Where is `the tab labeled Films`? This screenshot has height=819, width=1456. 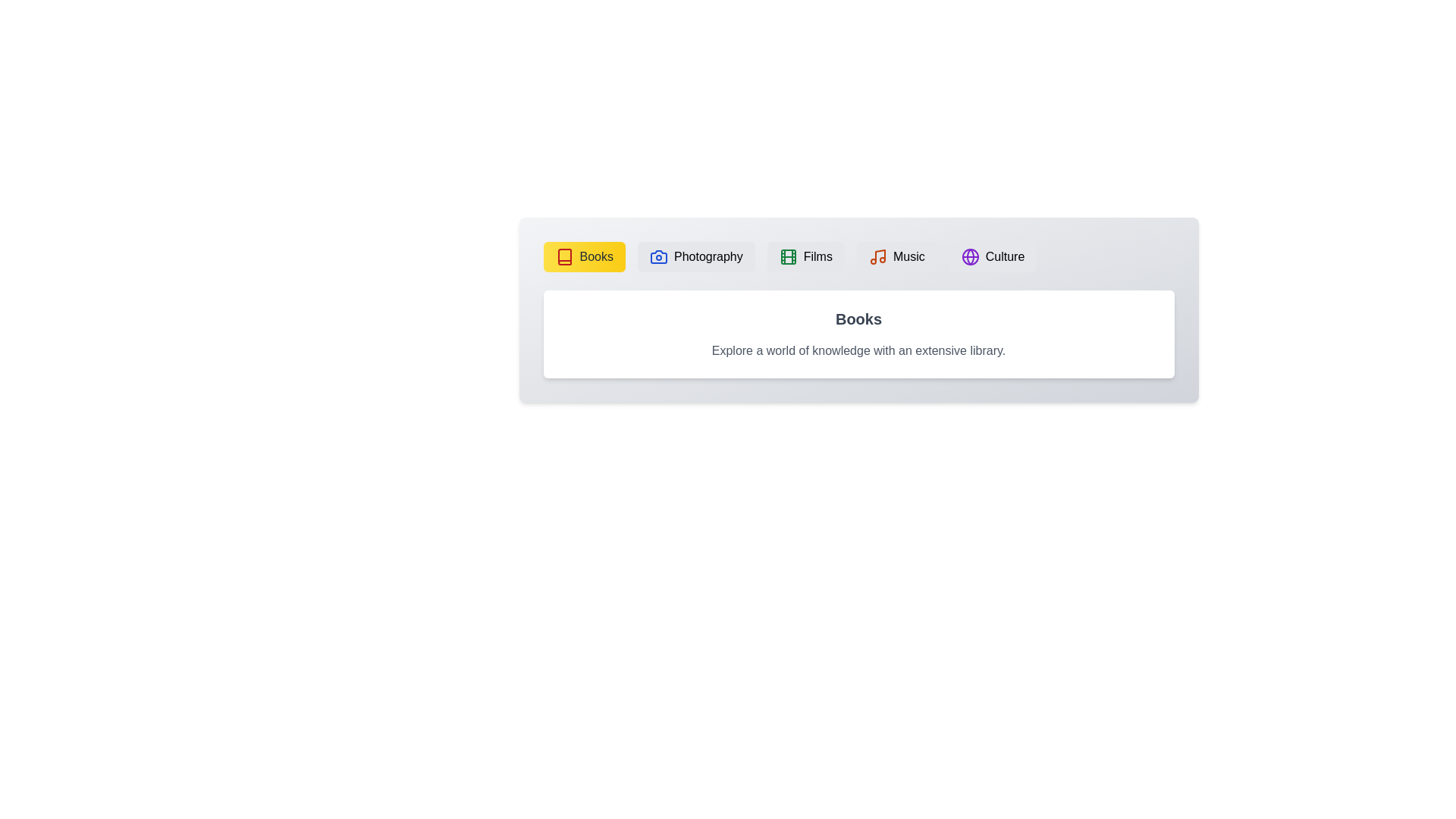 the tab labeled Films is located at coordinates (805, 256).